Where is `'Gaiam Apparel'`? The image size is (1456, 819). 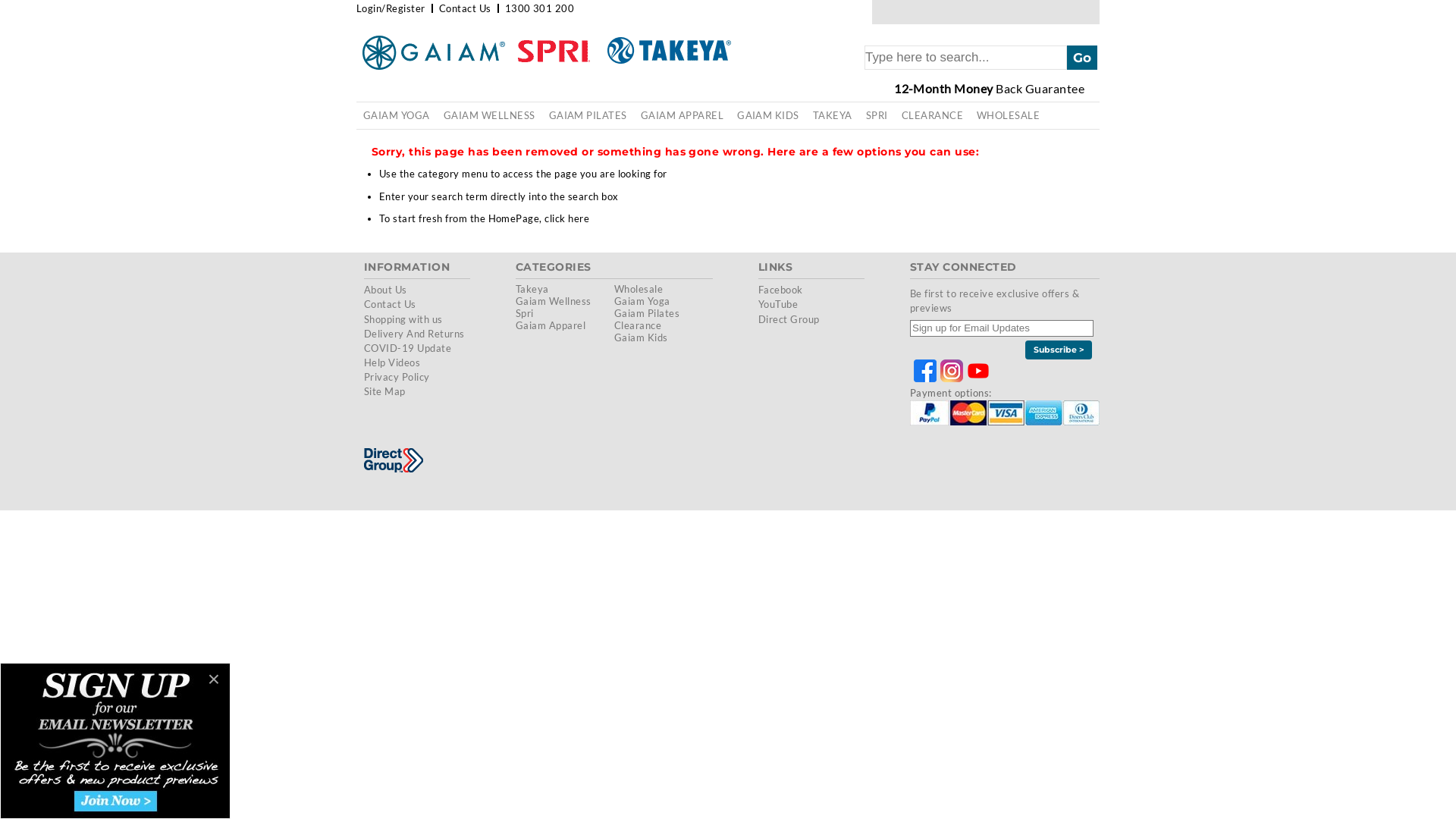 'Gaiam Apparel' is located at coordinates (516, 324).